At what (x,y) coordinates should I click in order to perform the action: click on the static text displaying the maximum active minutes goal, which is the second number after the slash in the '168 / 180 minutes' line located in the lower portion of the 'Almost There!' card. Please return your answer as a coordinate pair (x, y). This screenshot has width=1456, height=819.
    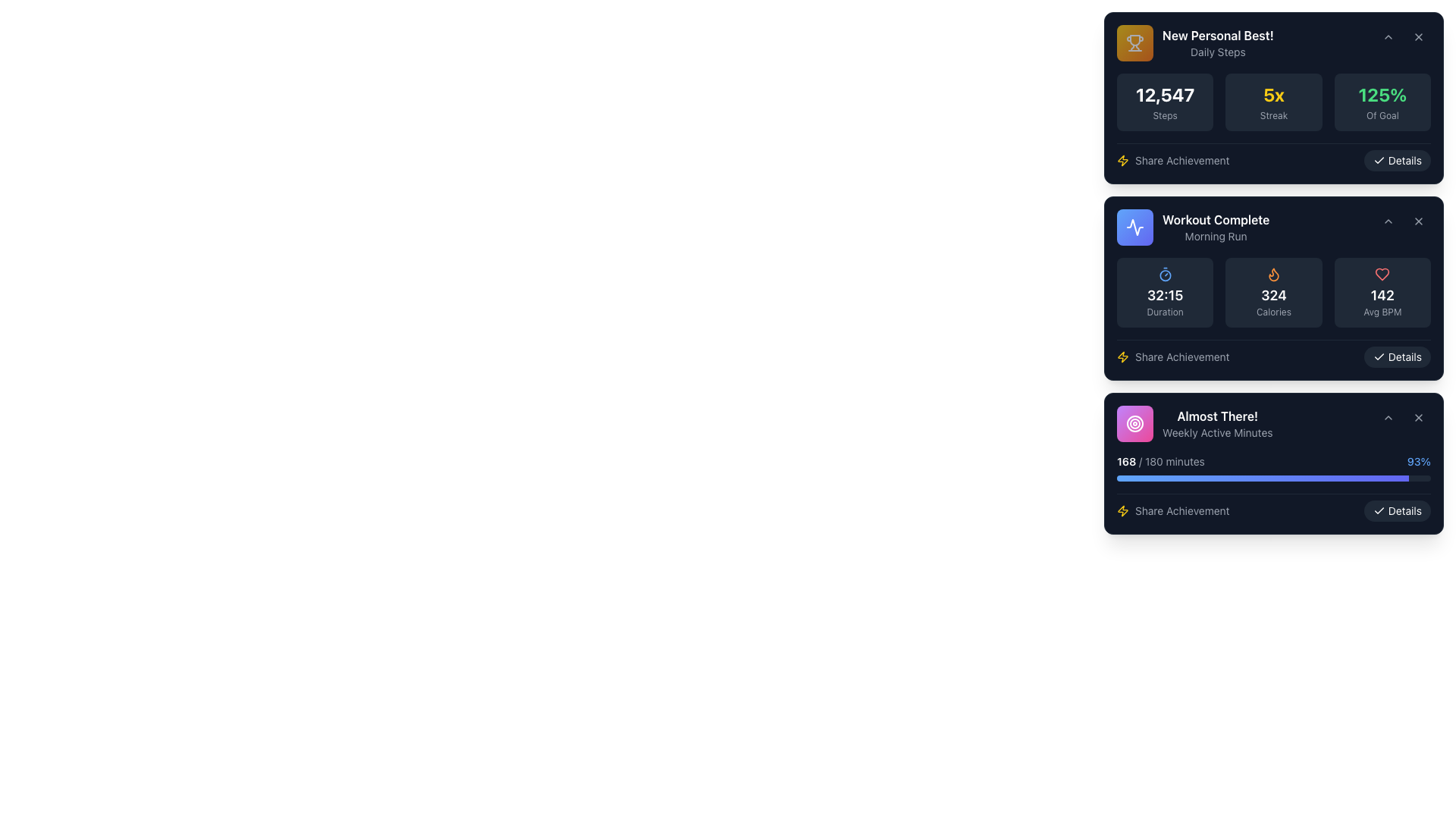
    Looking at the image, I should click on (1153, 460).